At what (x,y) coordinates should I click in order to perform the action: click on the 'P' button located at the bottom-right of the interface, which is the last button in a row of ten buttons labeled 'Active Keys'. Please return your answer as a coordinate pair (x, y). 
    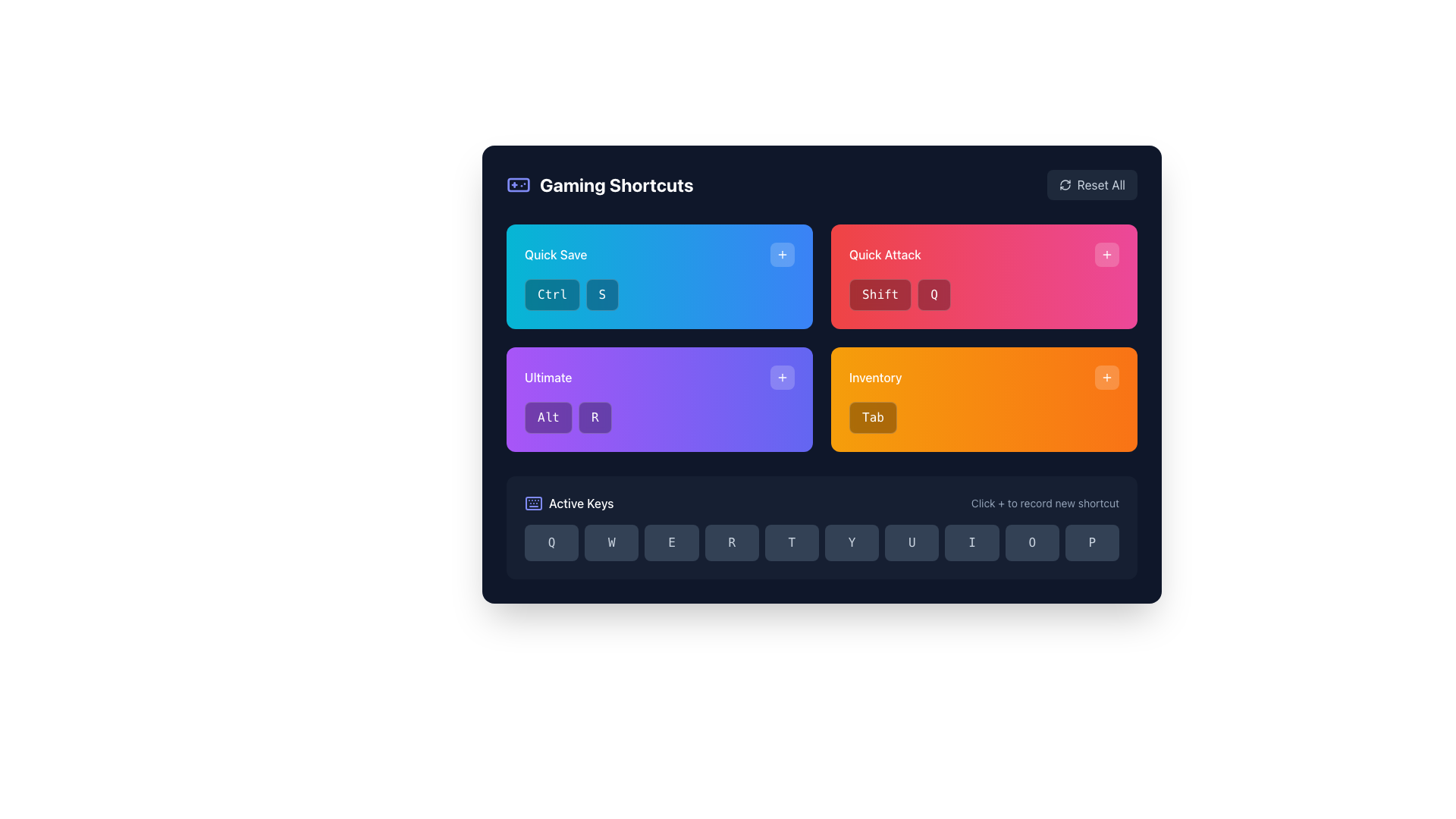
    Looking at the image, I should click on (1092, 542).